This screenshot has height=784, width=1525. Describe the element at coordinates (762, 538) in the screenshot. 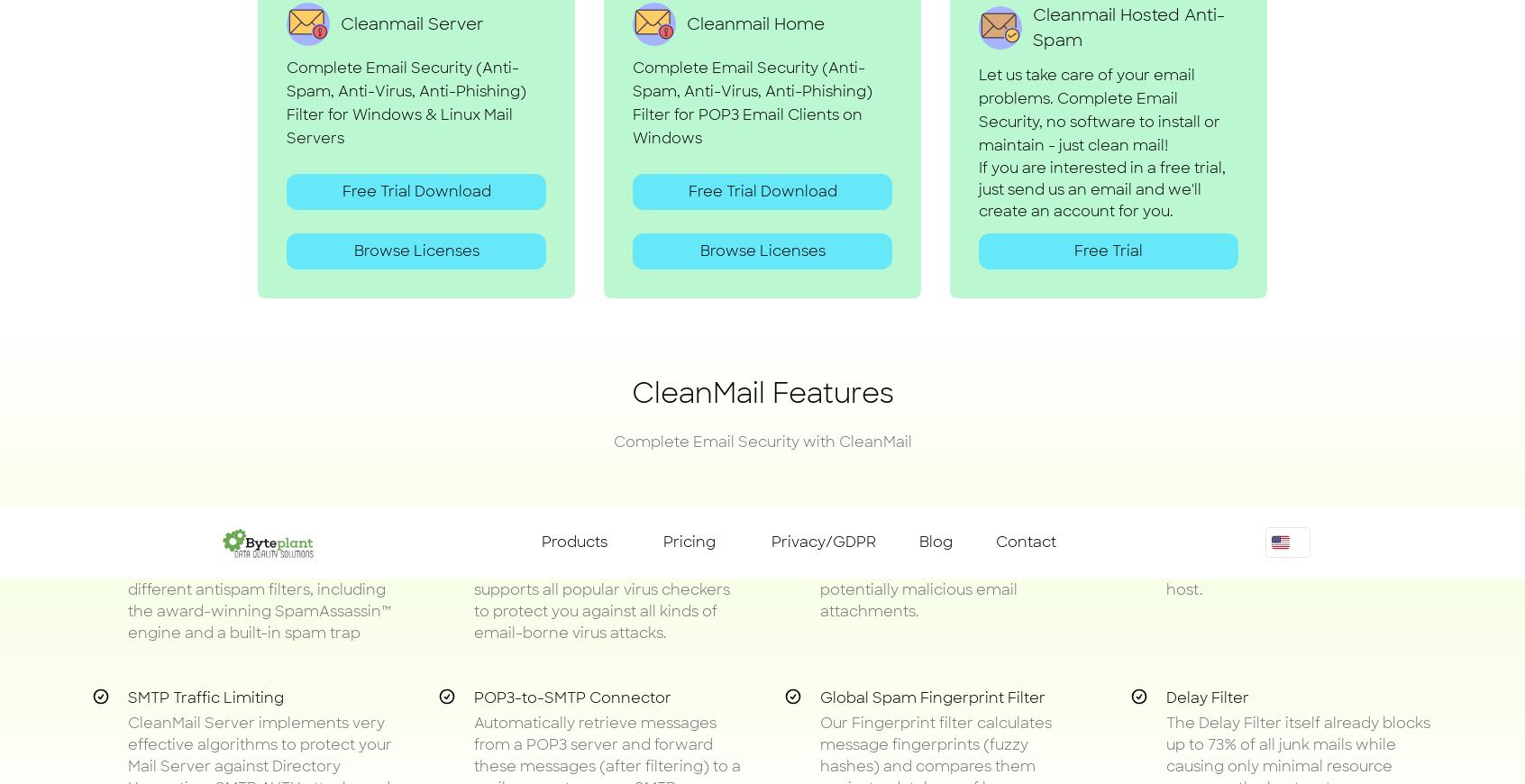

I see `'Frequently Asked Questions'` at that location.